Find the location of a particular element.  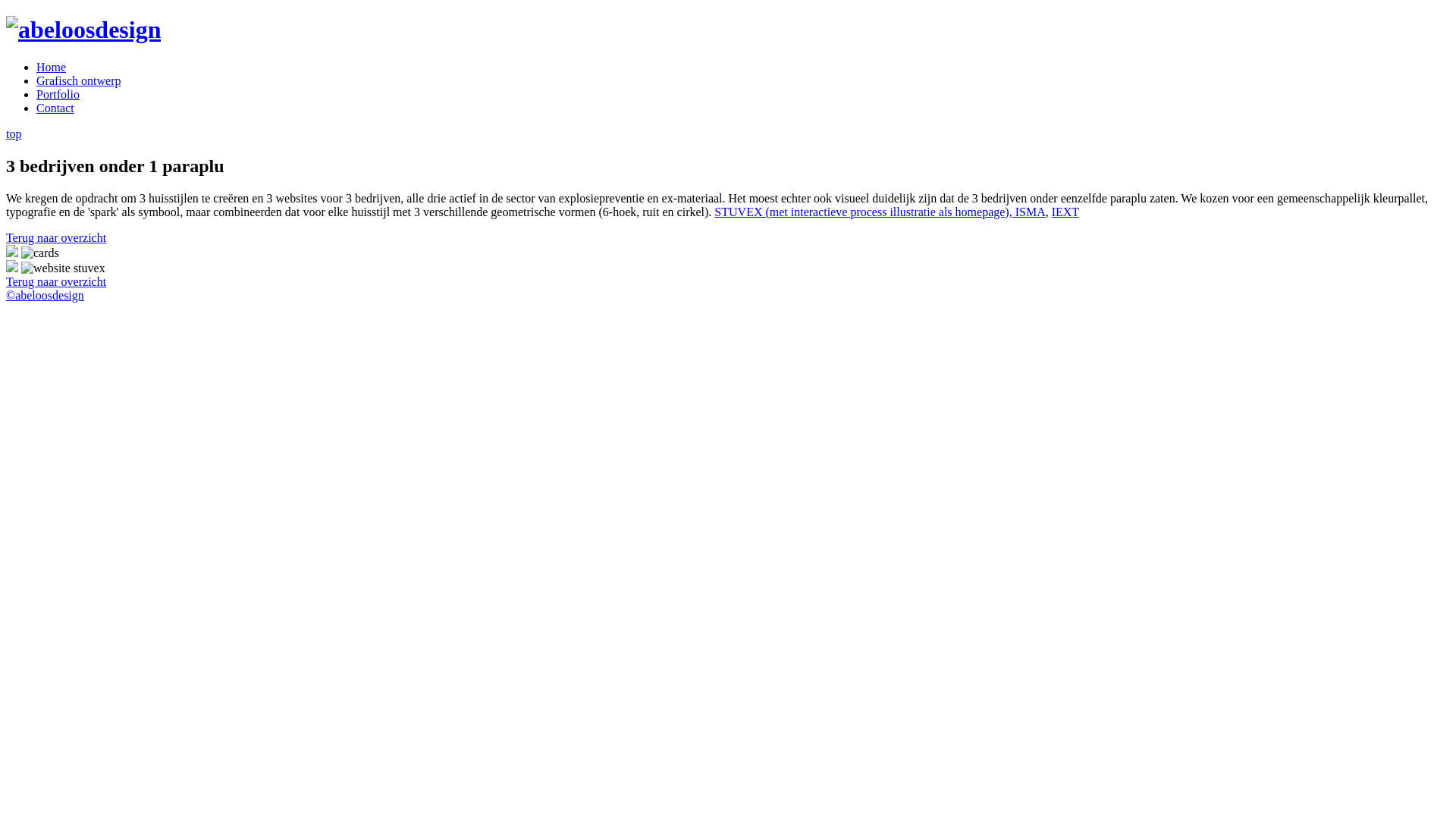

'ISMA' is located at coordinates (1030, 212).